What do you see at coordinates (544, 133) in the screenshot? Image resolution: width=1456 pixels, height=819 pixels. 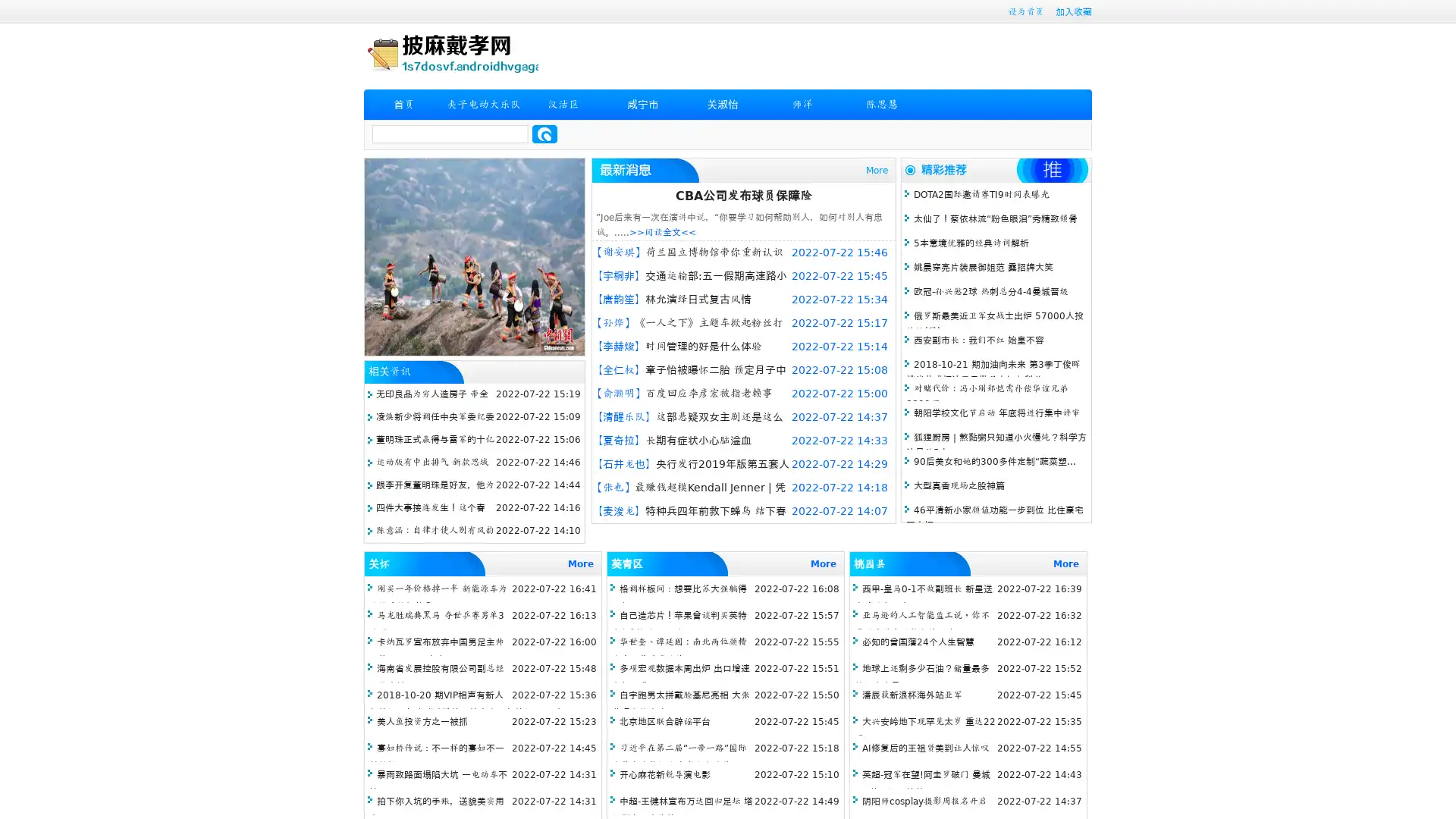 I see `Search` at bounding box center [544, 133].